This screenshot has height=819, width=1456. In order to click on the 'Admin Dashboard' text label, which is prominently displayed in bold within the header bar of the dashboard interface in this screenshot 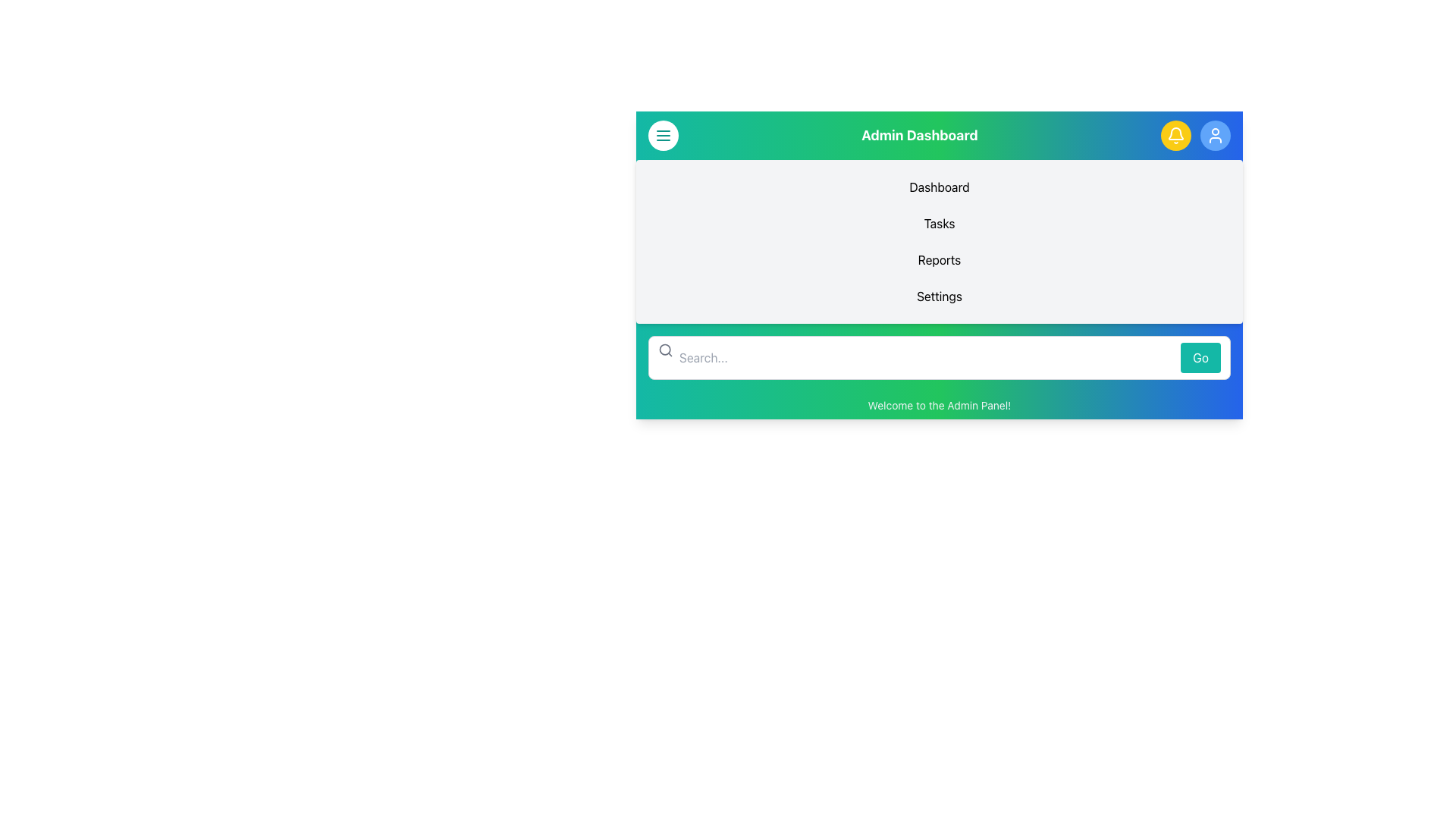, I will do `click(938, 134)`.